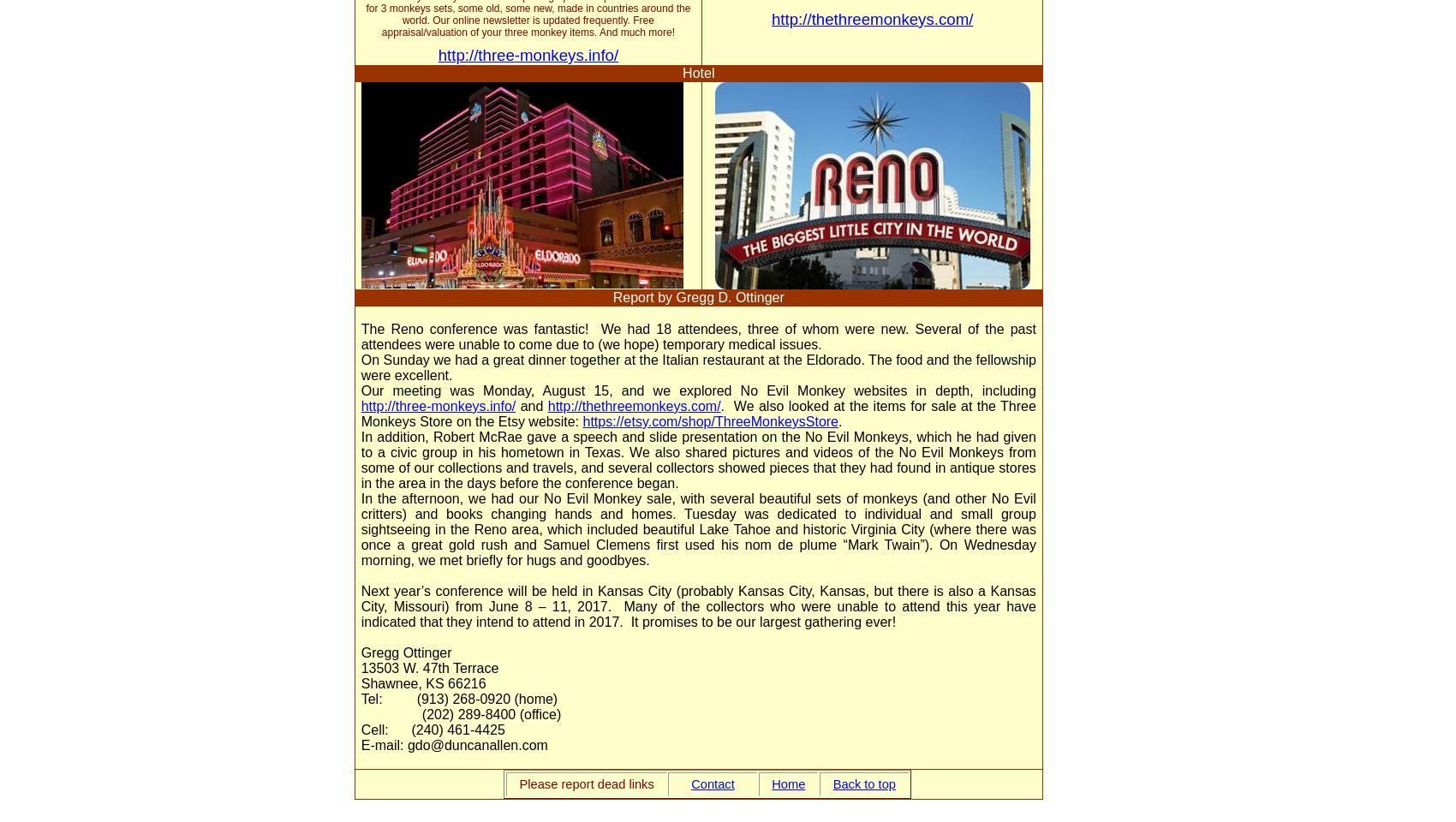  Describe the element at coordinates (696, 367) in the screenshot. I see `'On Sunday we had a great dinner
  together at the Italian restaurant at the Eldorado. The food and the
  fellowship were excellent.'` at that location.